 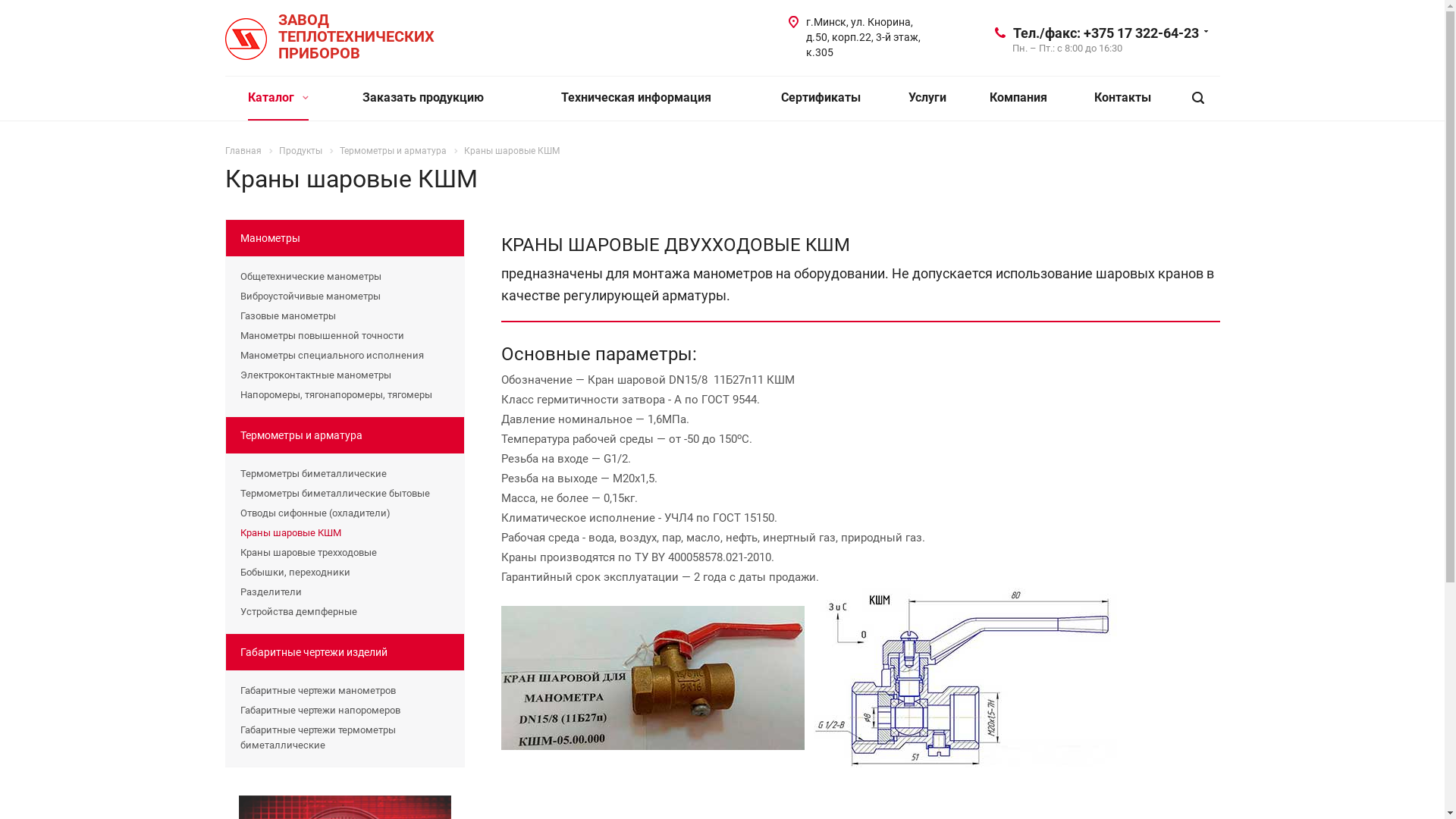 I want to click on 'kshm-1-1.jpg', so click(x=651, y=677).